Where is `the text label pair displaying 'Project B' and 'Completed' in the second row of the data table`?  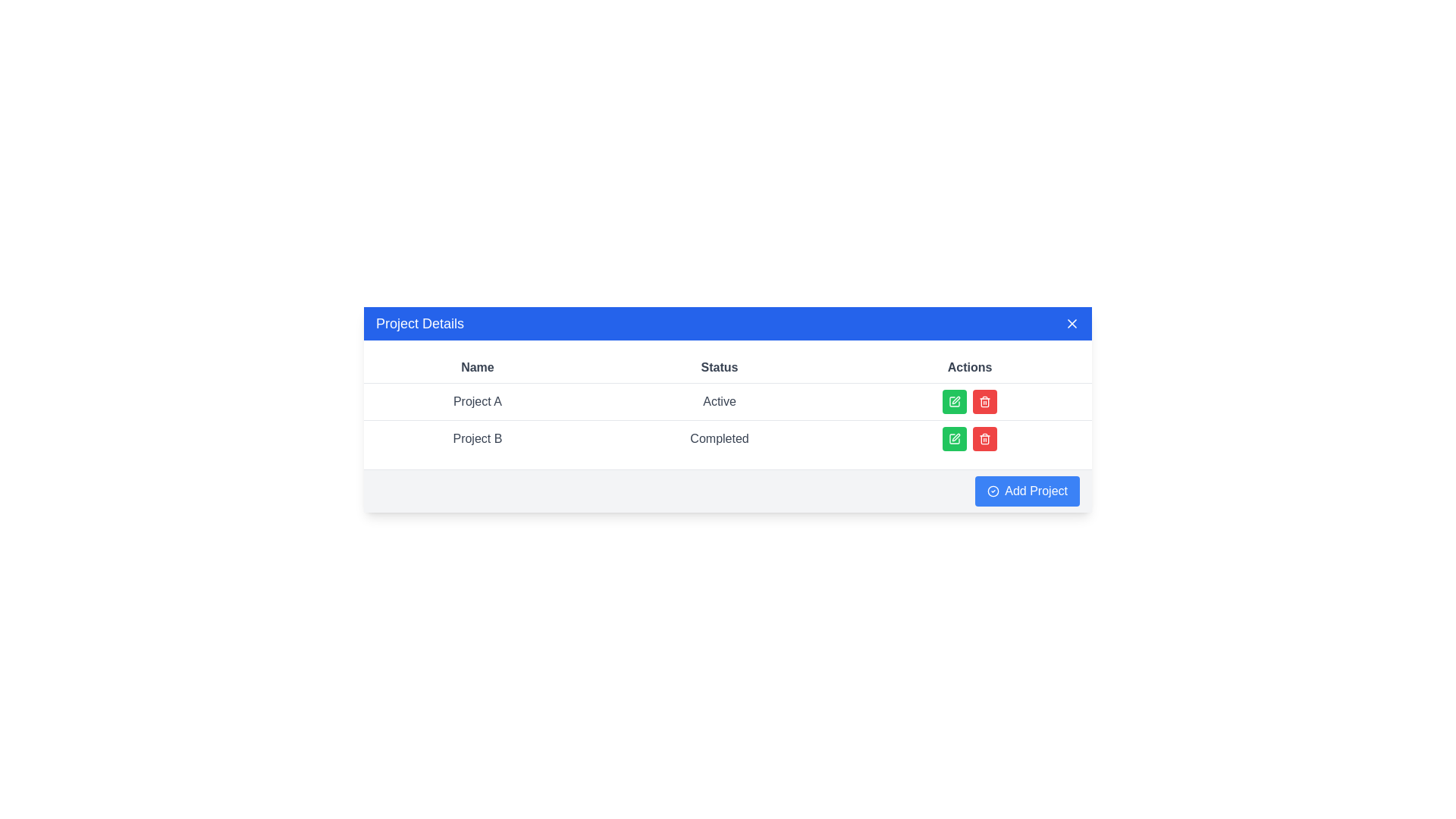 the text label pair displaying 'Project B' and 'Completed' in the second row of the data table is located at coordinates (728, 438).